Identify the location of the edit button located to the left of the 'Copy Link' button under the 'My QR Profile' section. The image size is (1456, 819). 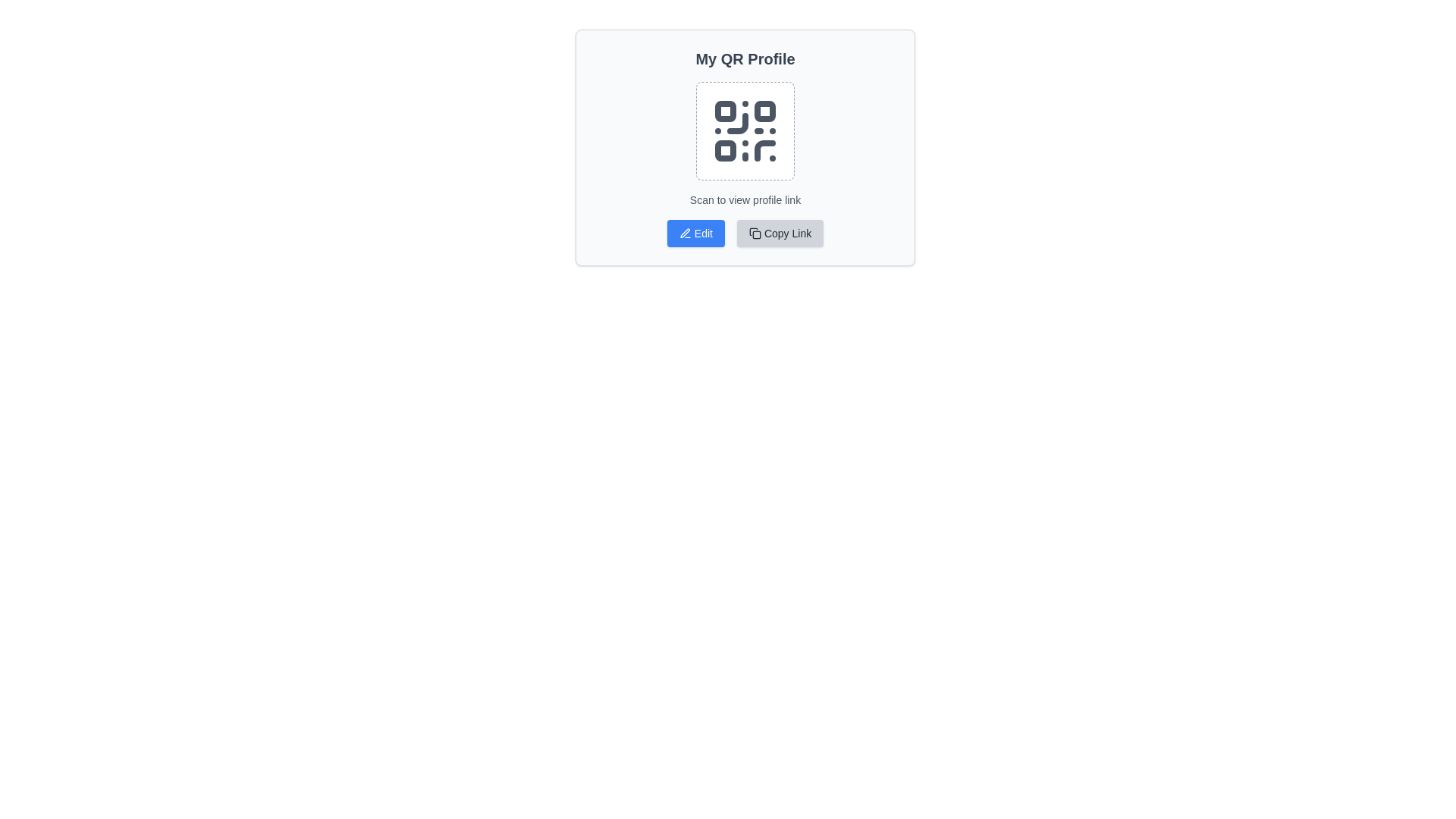
(695, 234).